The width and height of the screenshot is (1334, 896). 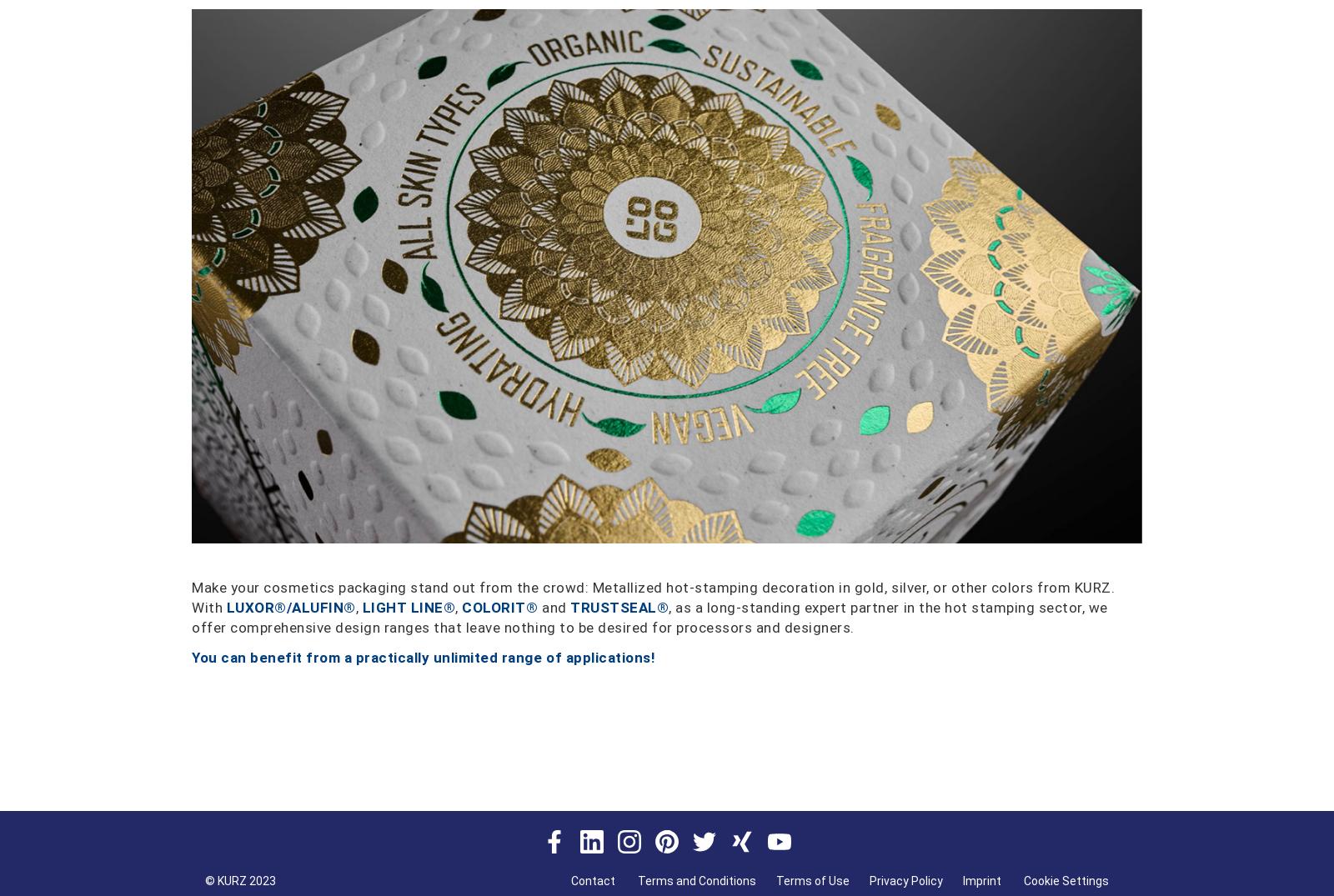 What do you see at coordinates (906, 881) in the screenshot?
I see `'Privacy Policy'` at bounding box center [906, 881].